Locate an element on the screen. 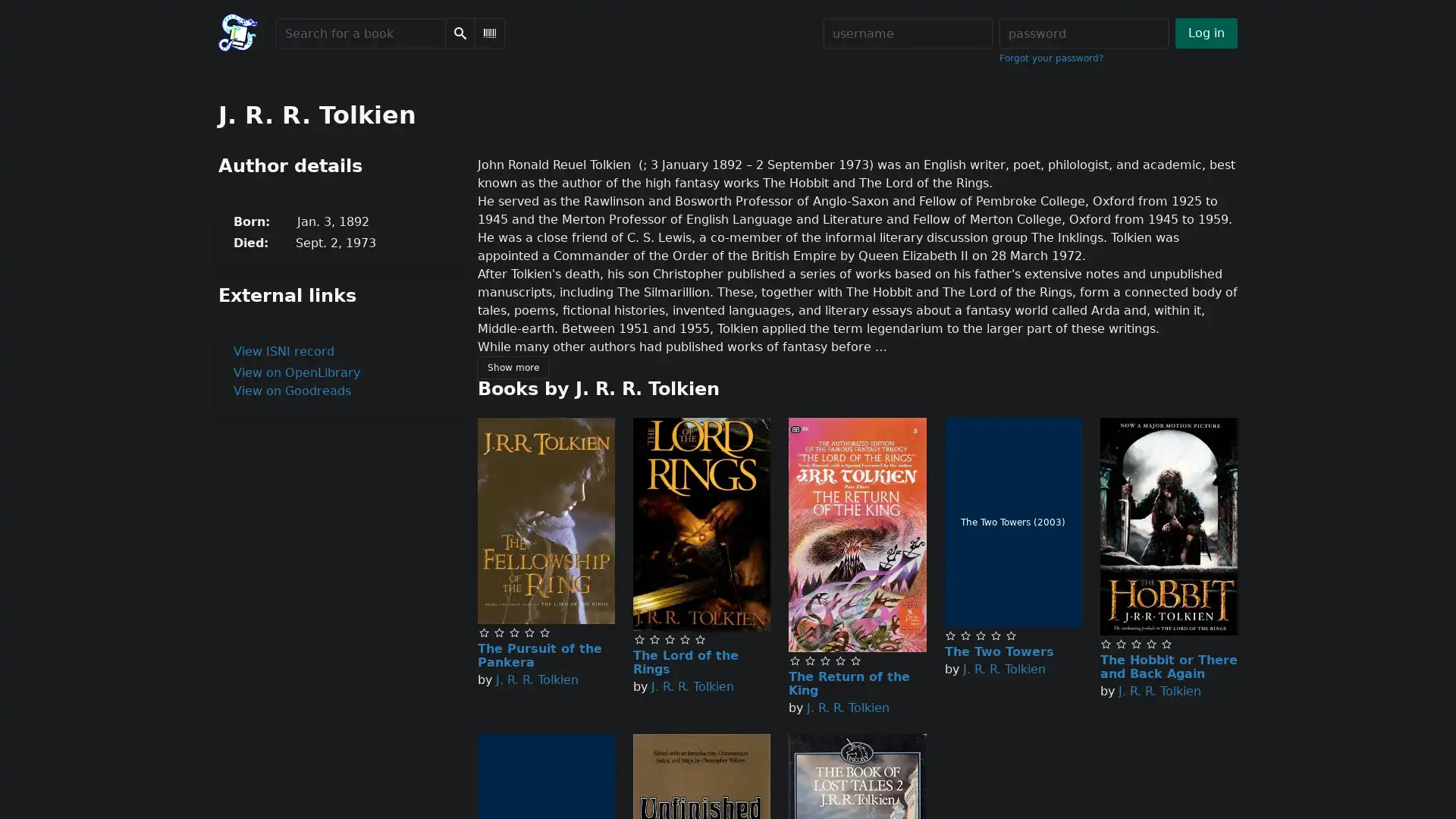 The width and height of the screenshot is (1456, 819). Log in is located at coordinates (1205, 33).